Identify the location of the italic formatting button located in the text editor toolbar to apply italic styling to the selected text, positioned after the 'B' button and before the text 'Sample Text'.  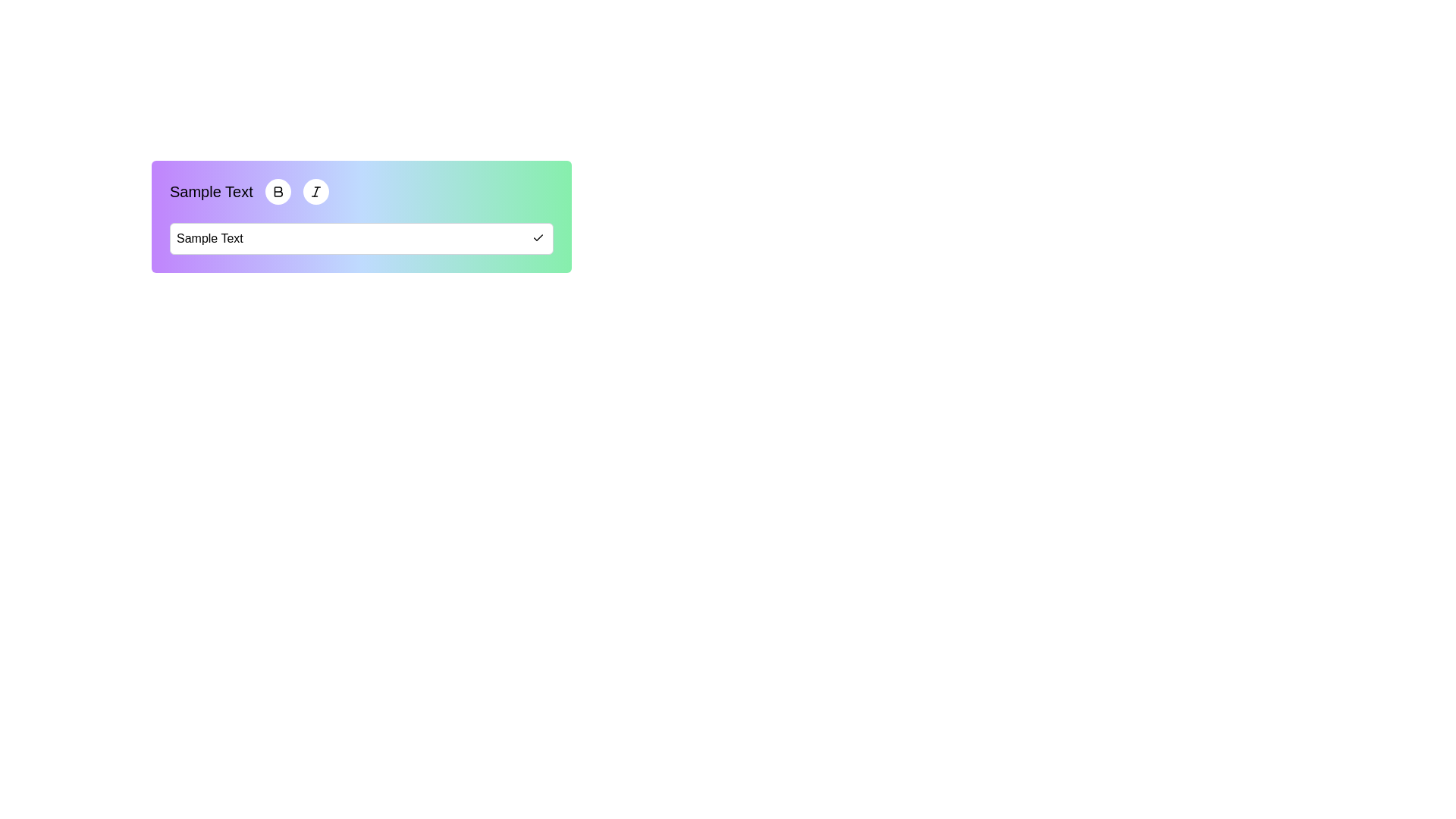
(315, 191).